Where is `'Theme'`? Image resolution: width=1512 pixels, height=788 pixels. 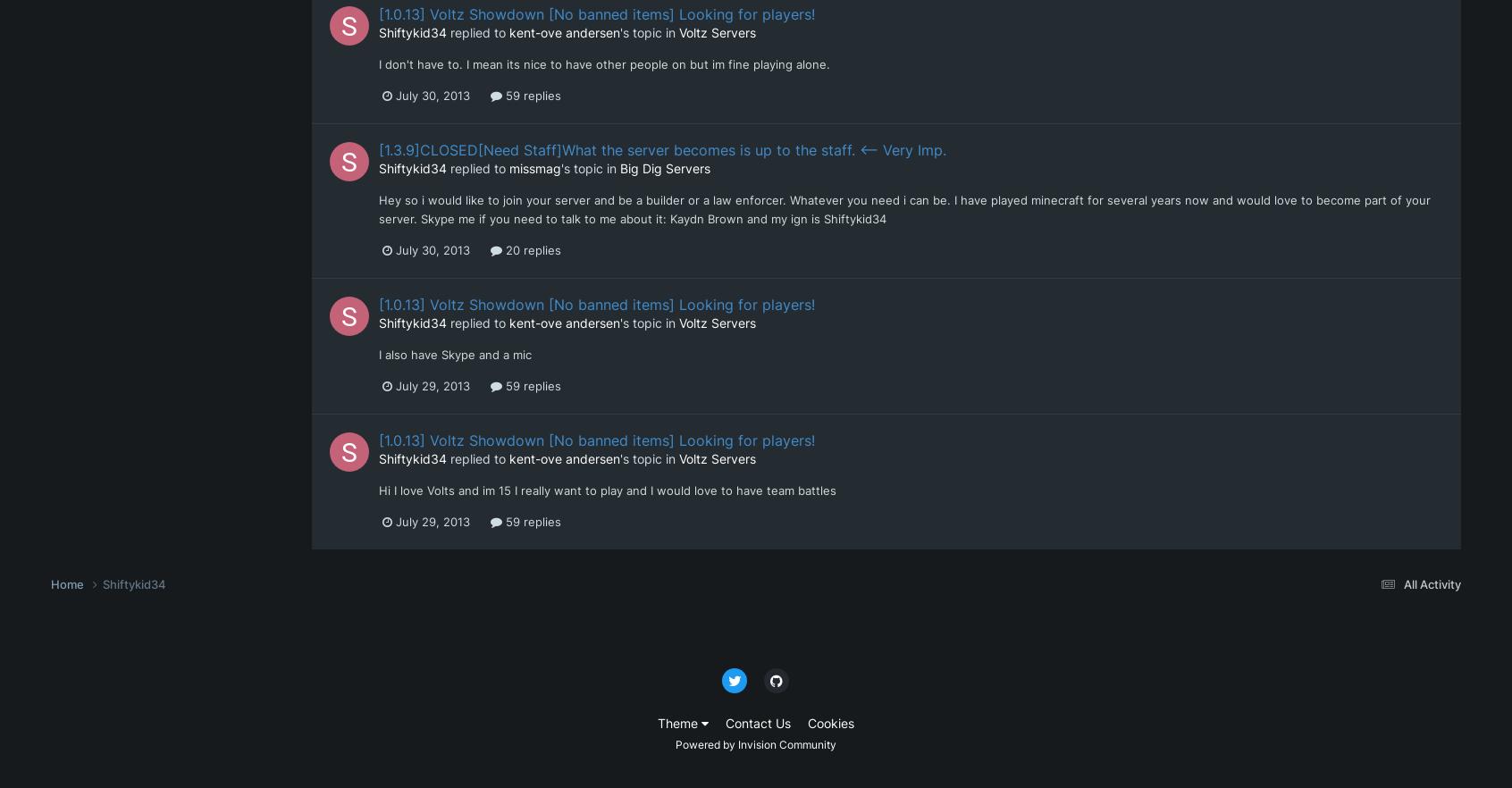 'Theme' is located at coordinates (677, 721).